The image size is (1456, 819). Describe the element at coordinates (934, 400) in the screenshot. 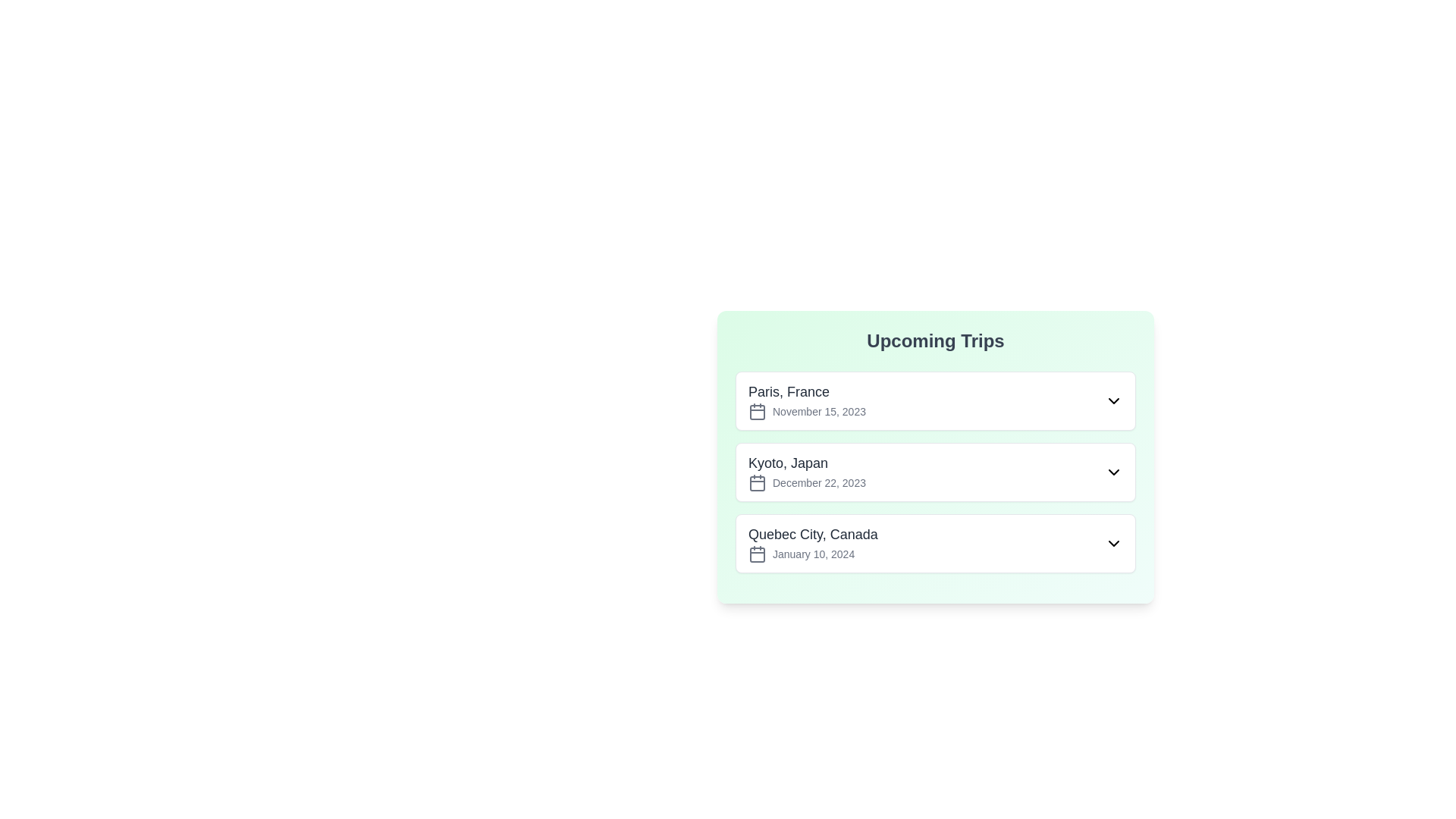

I see `the first item in the 'Upcoming Trips' list, which displays 'Paris, France' and 'November 15, 2023'` at that location.